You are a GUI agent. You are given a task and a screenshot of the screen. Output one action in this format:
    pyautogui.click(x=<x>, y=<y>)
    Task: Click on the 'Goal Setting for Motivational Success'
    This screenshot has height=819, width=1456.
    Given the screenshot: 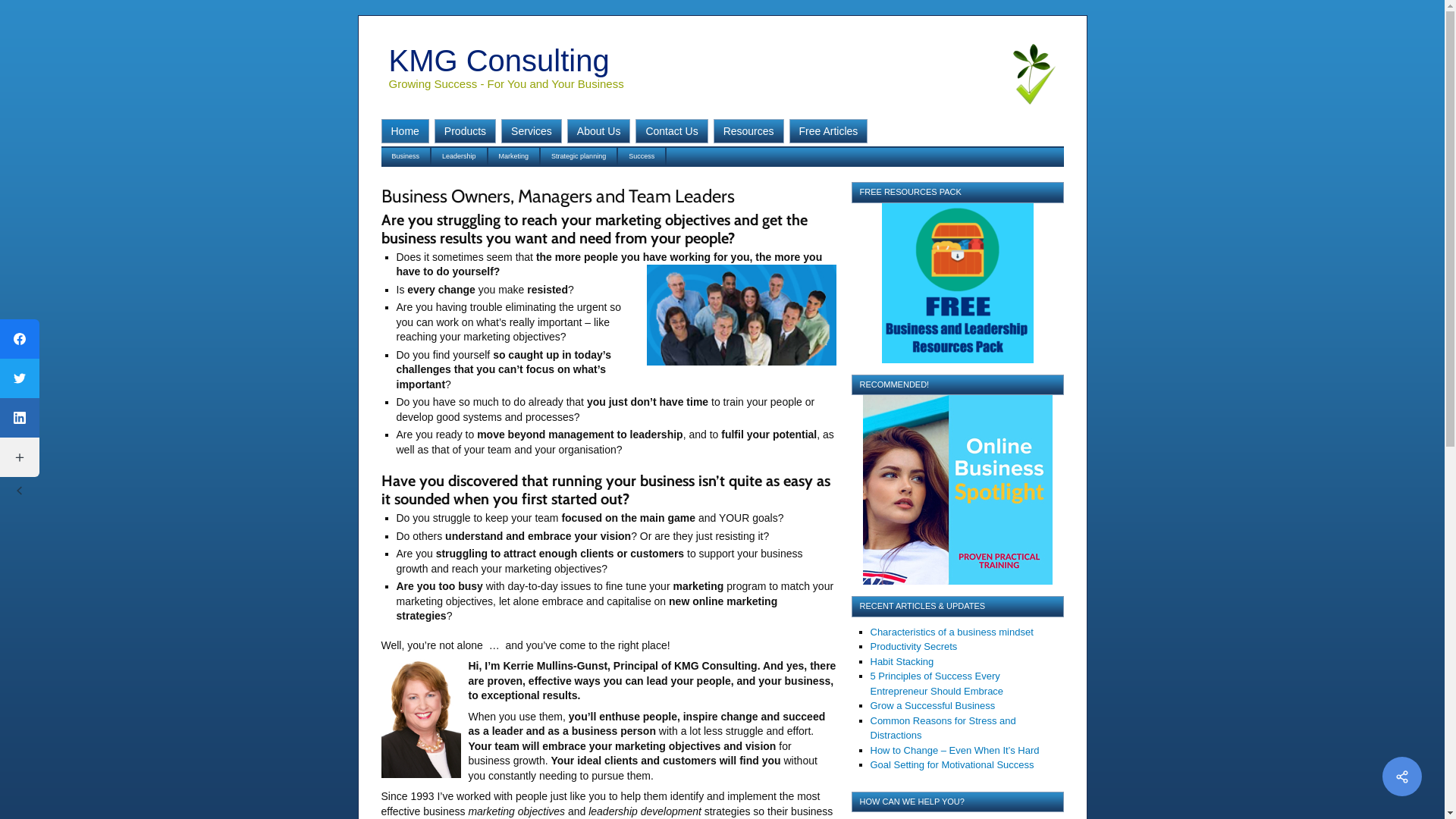 What is the action you would take?
    pyautogui.click(x=952, y=764)
    